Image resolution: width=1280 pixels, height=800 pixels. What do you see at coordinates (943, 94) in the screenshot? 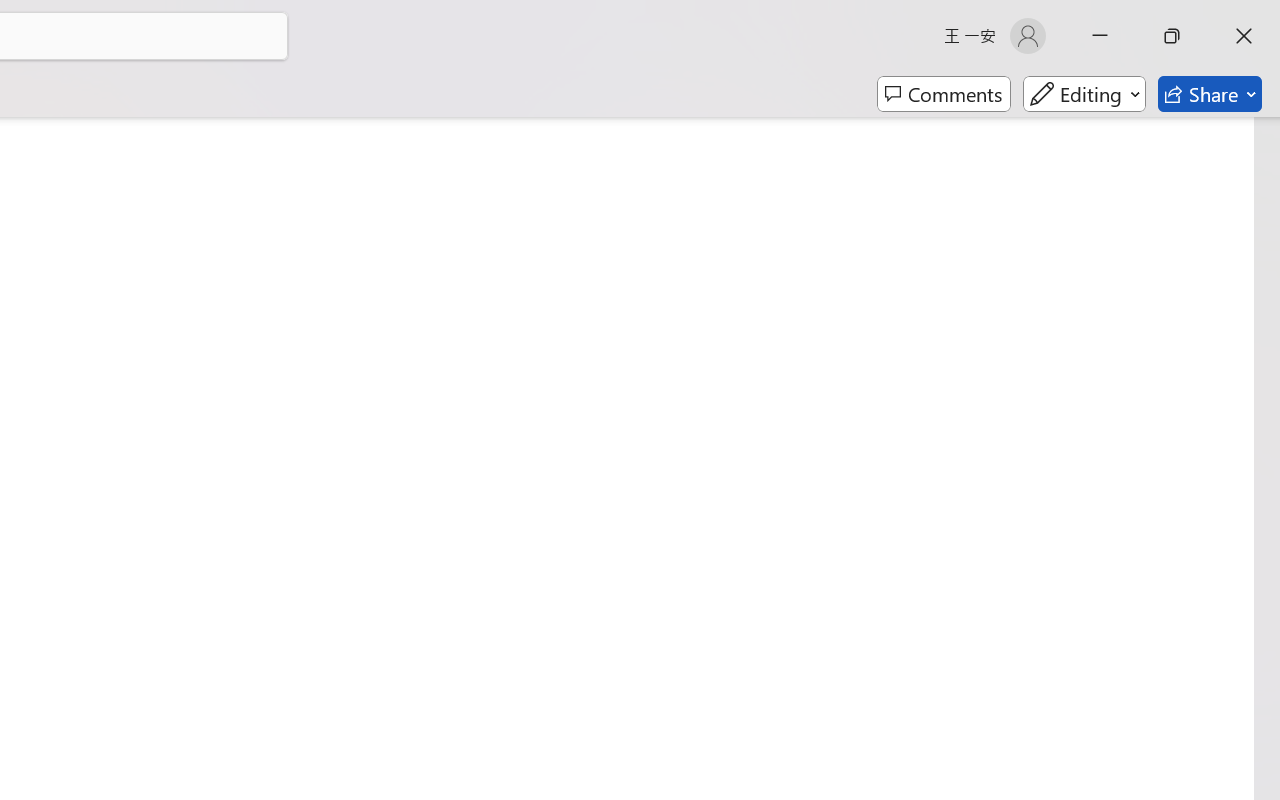
I see `'Comments'` at bounding box center [943, 94].